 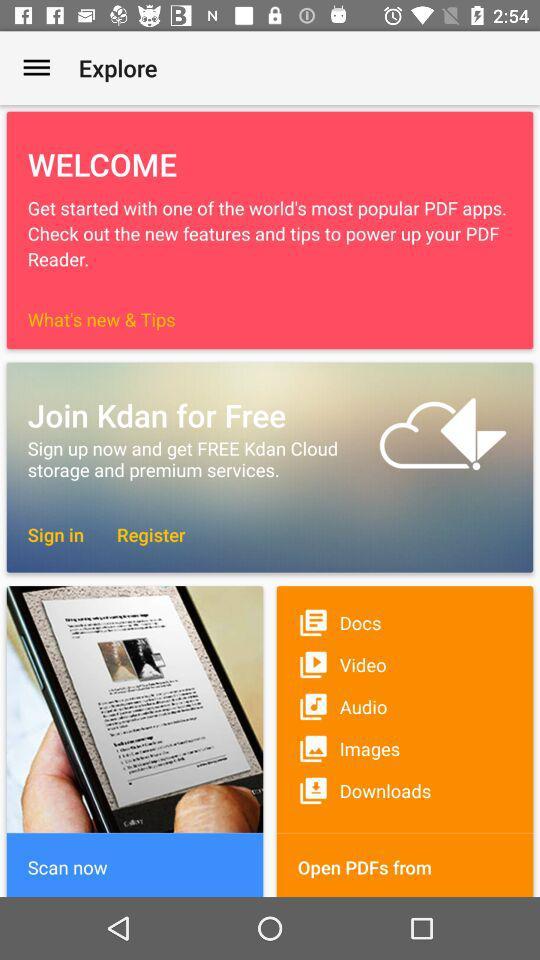 I want to click on the docs icon, so click(x=405, y=621).